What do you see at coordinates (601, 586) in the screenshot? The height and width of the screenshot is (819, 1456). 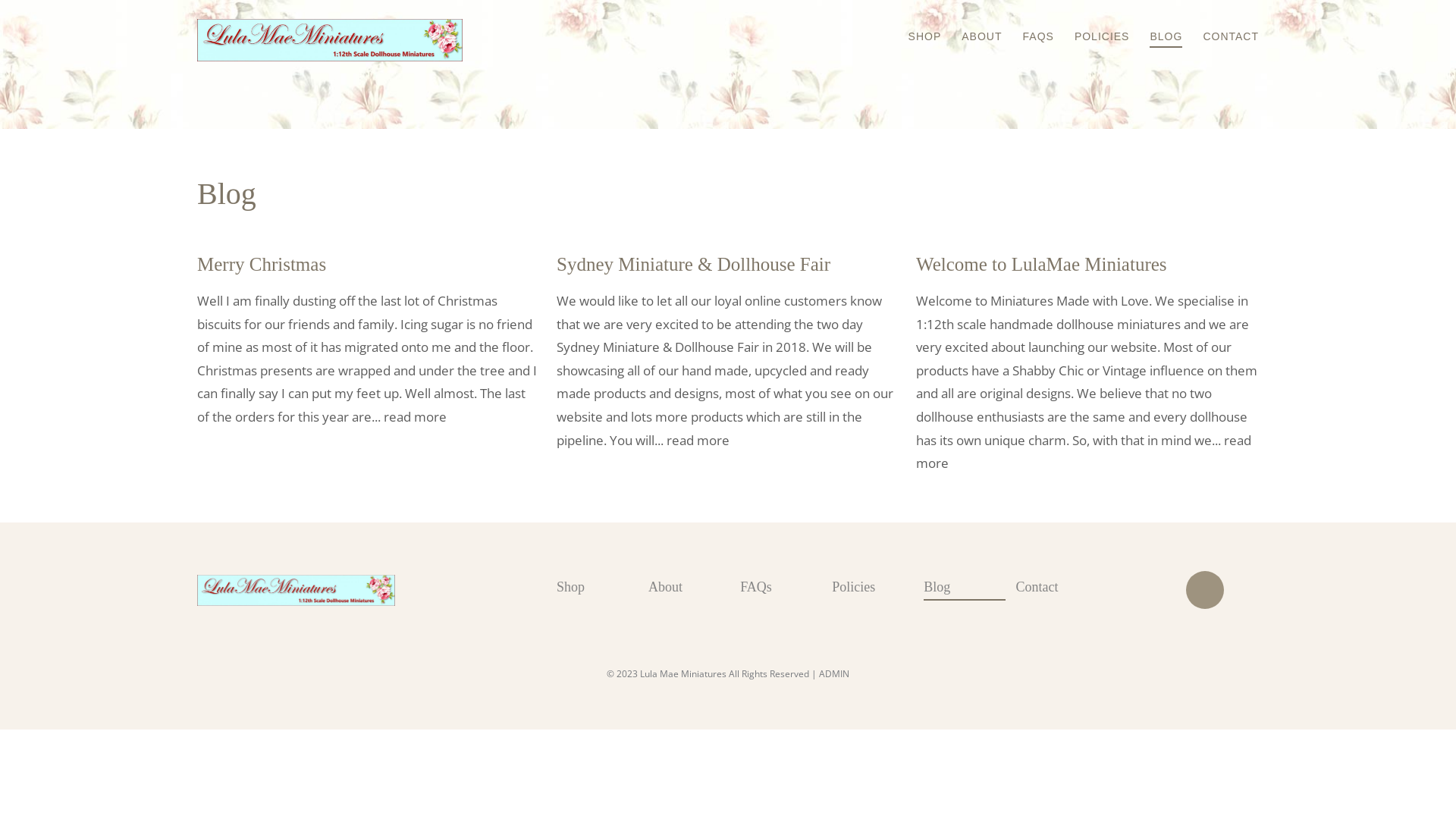 I see `'Shop'` at bounding box center [601, 586].